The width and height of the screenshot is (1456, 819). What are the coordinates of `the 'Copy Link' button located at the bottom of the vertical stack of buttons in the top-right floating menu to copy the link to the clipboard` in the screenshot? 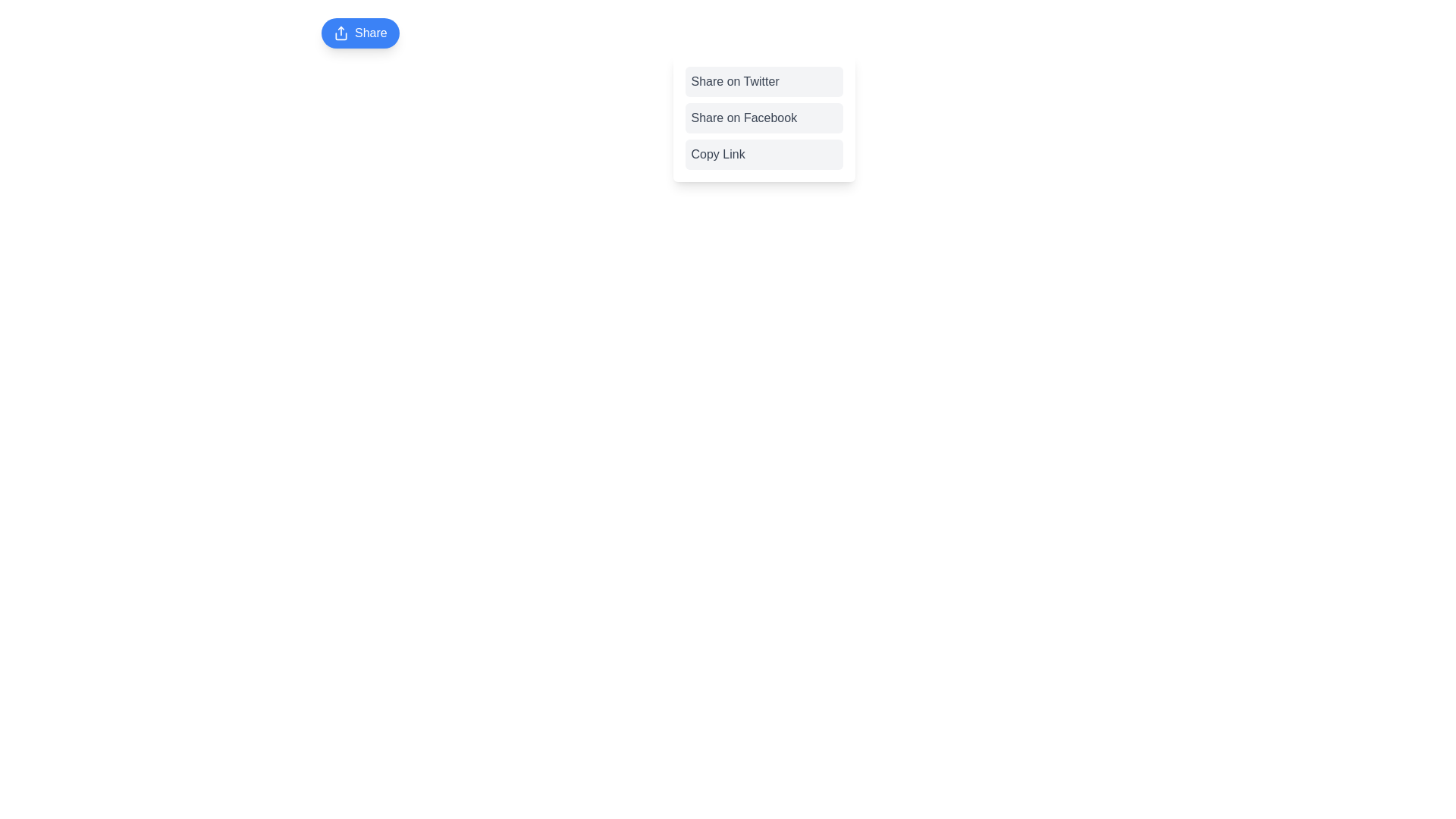 It's located at (764, 155).